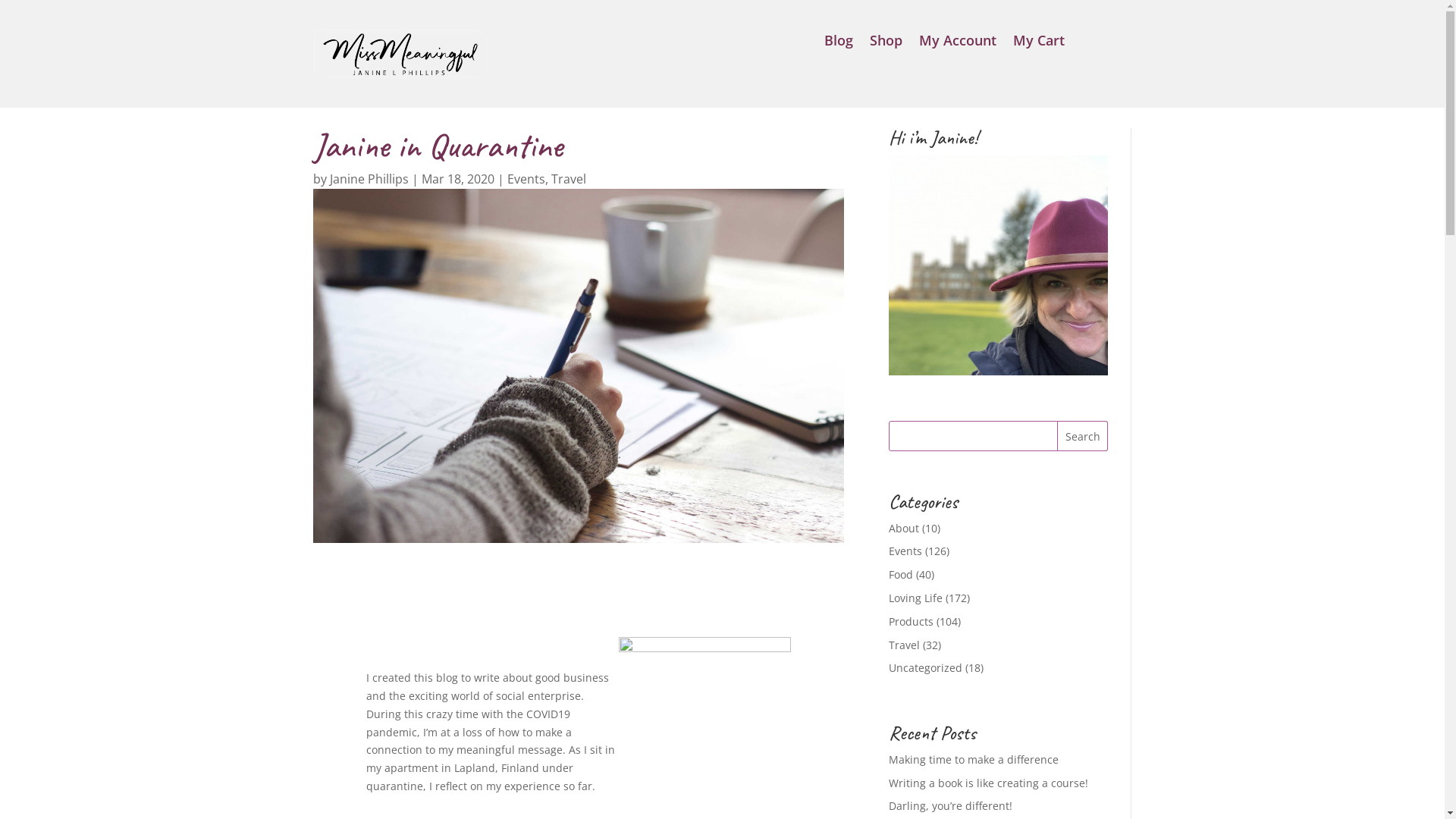  Describe the element at coordinates (837, 42) in the screenshot. I see `'Blog'` at that location.